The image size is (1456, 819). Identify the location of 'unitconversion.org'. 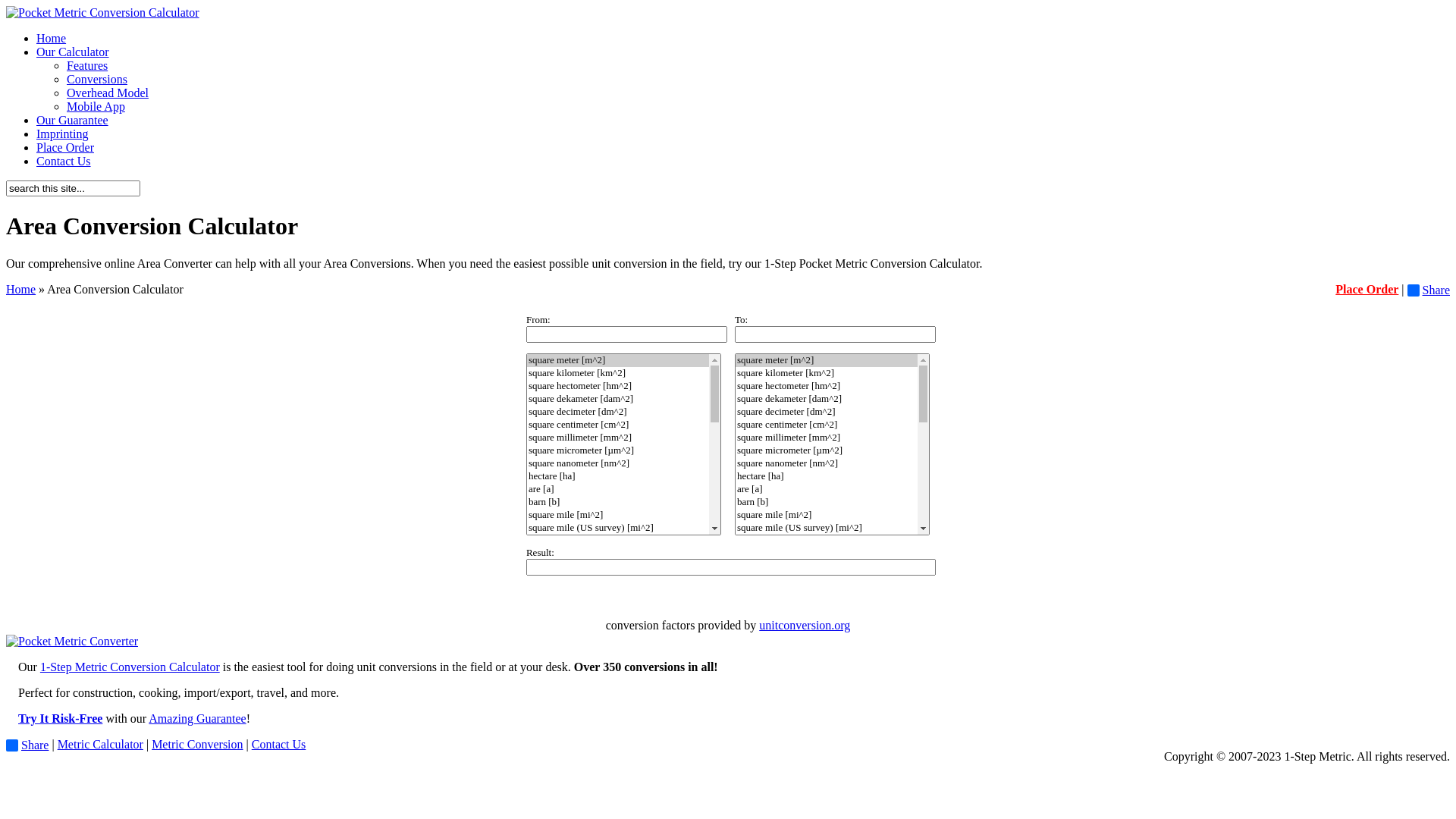
(803, 625).